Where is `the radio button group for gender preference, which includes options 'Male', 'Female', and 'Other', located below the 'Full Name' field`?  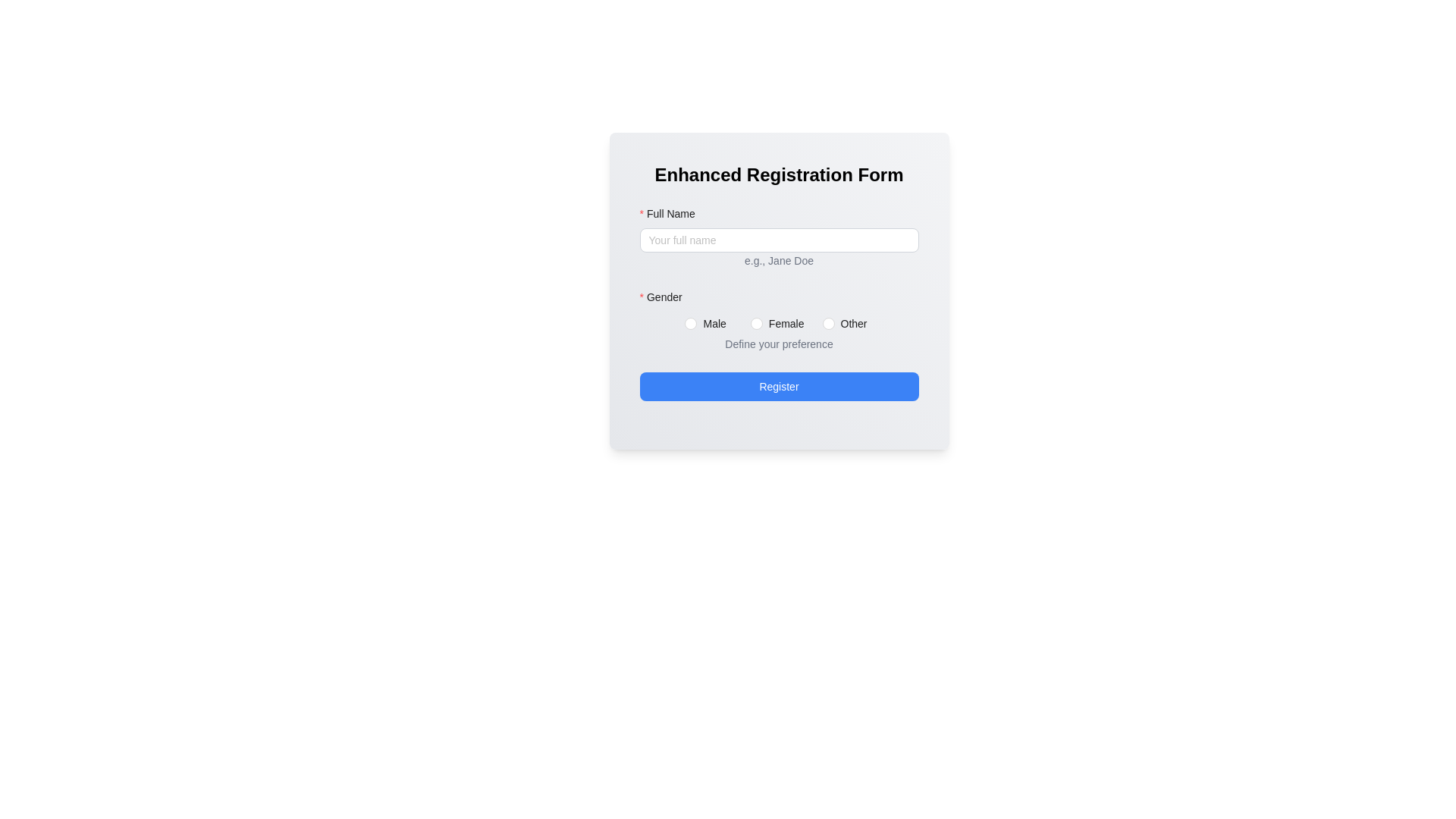
the radio button group for gender preference, which includes options 'Male', 'Female', and 'Other', located below the 'Full Name' field is located at coordinates (779, 321).